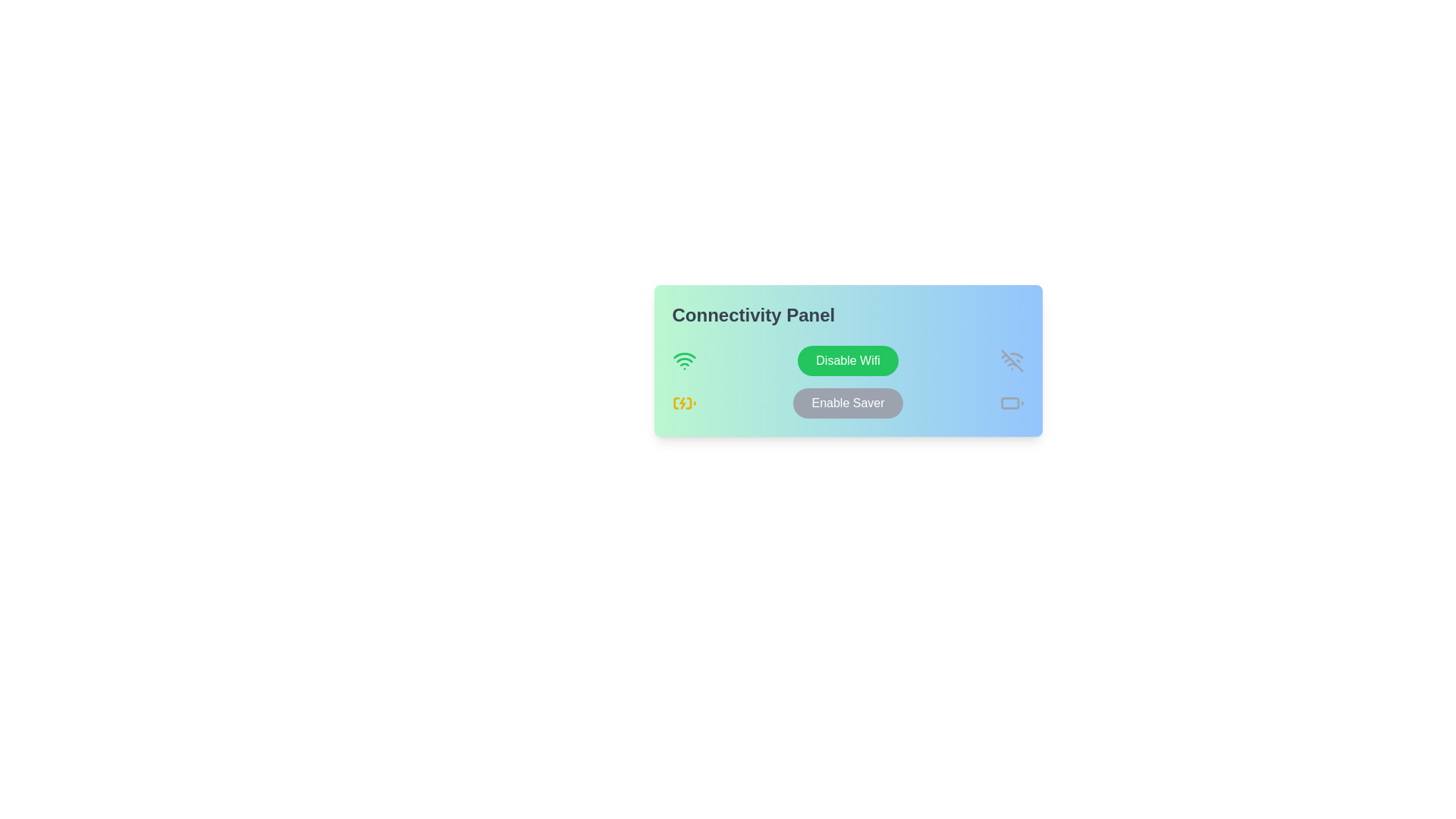 This screenshot has height=819, width=1456. I want to click on the 'Enable Saver Mode' button located in the 'Connectivity Panel' near the center-bottom, below the 'Disable Wifi' button for keyboard accessibility, so click(847, 403).